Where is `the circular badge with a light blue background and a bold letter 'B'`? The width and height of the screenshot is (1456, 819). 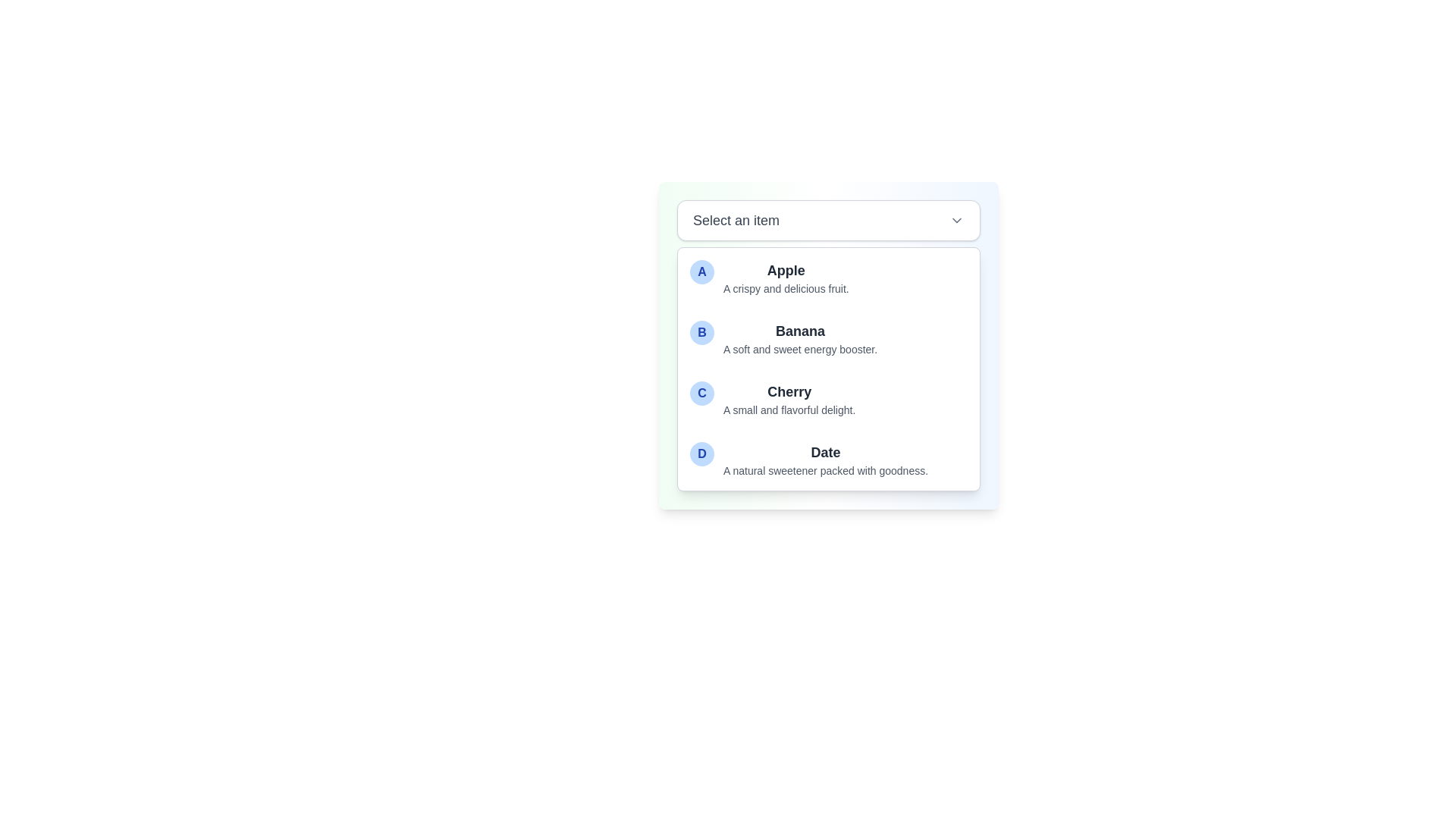 the circular badge with a light blue background and a bold letter 'B' is located at coordinates (701, 332).